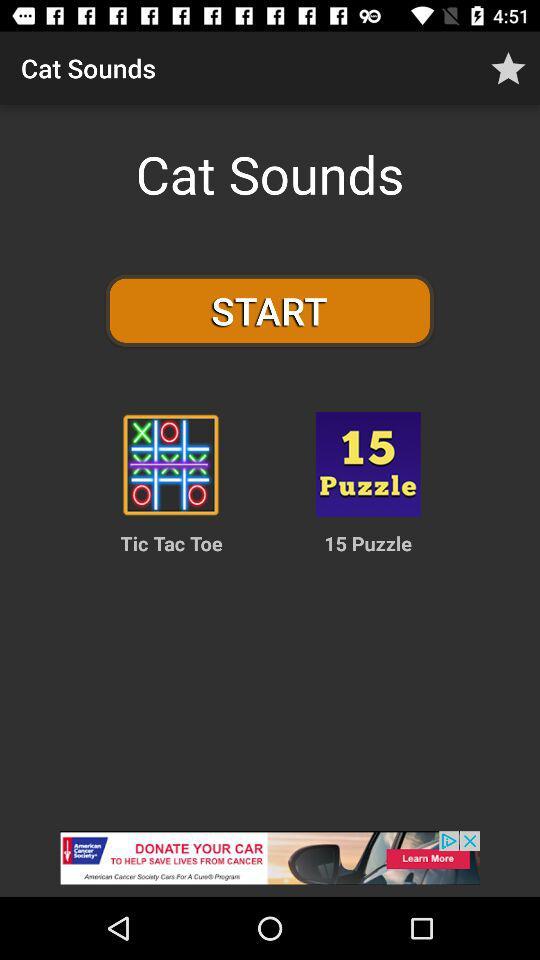 The image size is (540, 960). Describe the element at coordinates (367, 464) in the screenshot. I see `to choose game` at that location.